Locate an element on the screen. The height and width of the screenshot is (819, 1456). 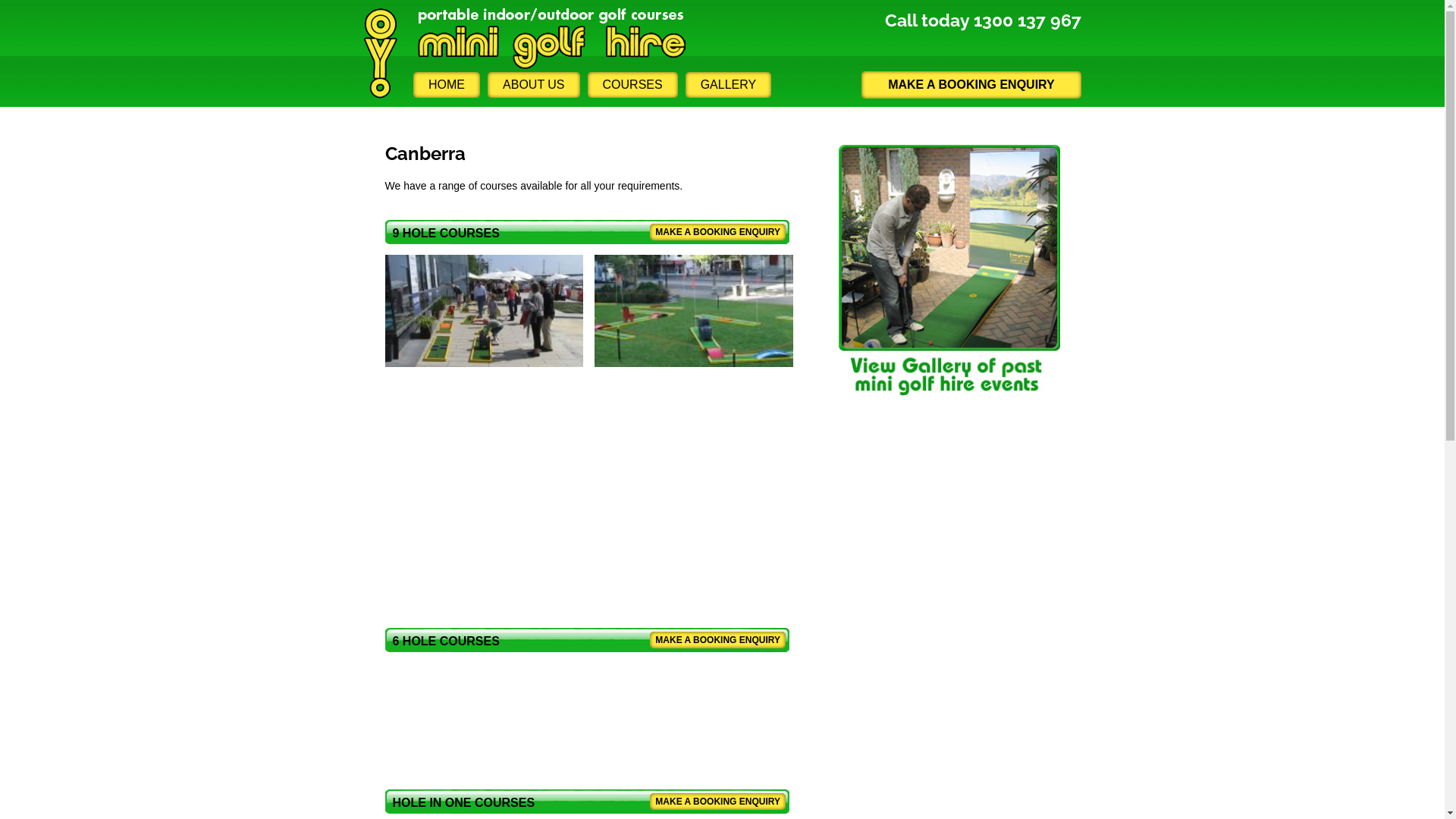
'GALLERY' is located at coordinates (728, 84).